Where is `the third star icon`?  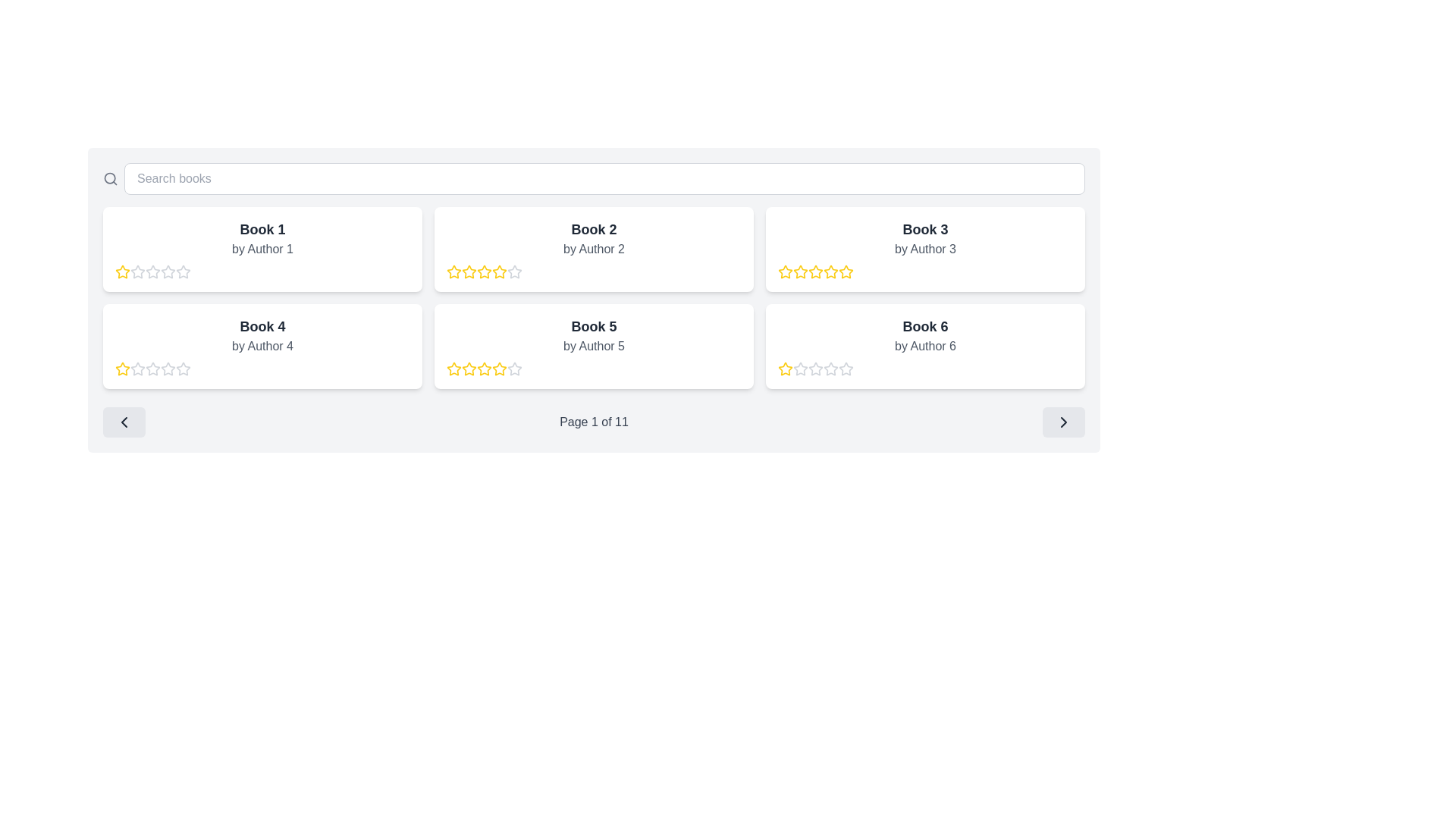 the third star icon is located at coordinates (814, 271).